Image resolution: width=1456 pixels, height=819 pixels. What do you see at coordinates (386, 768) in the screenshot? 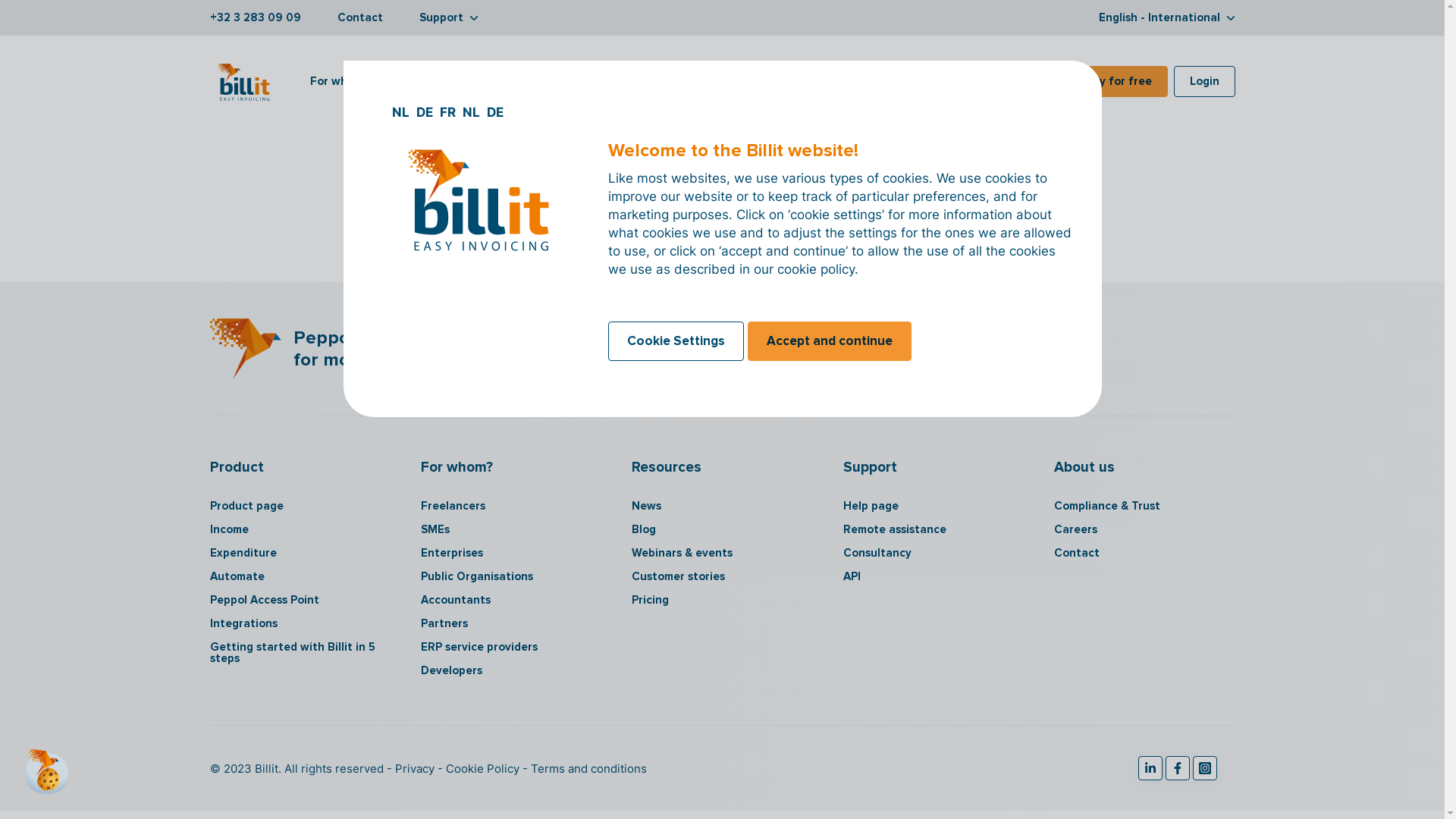
I see `'Privacy'` at bounding box center [386, 768].